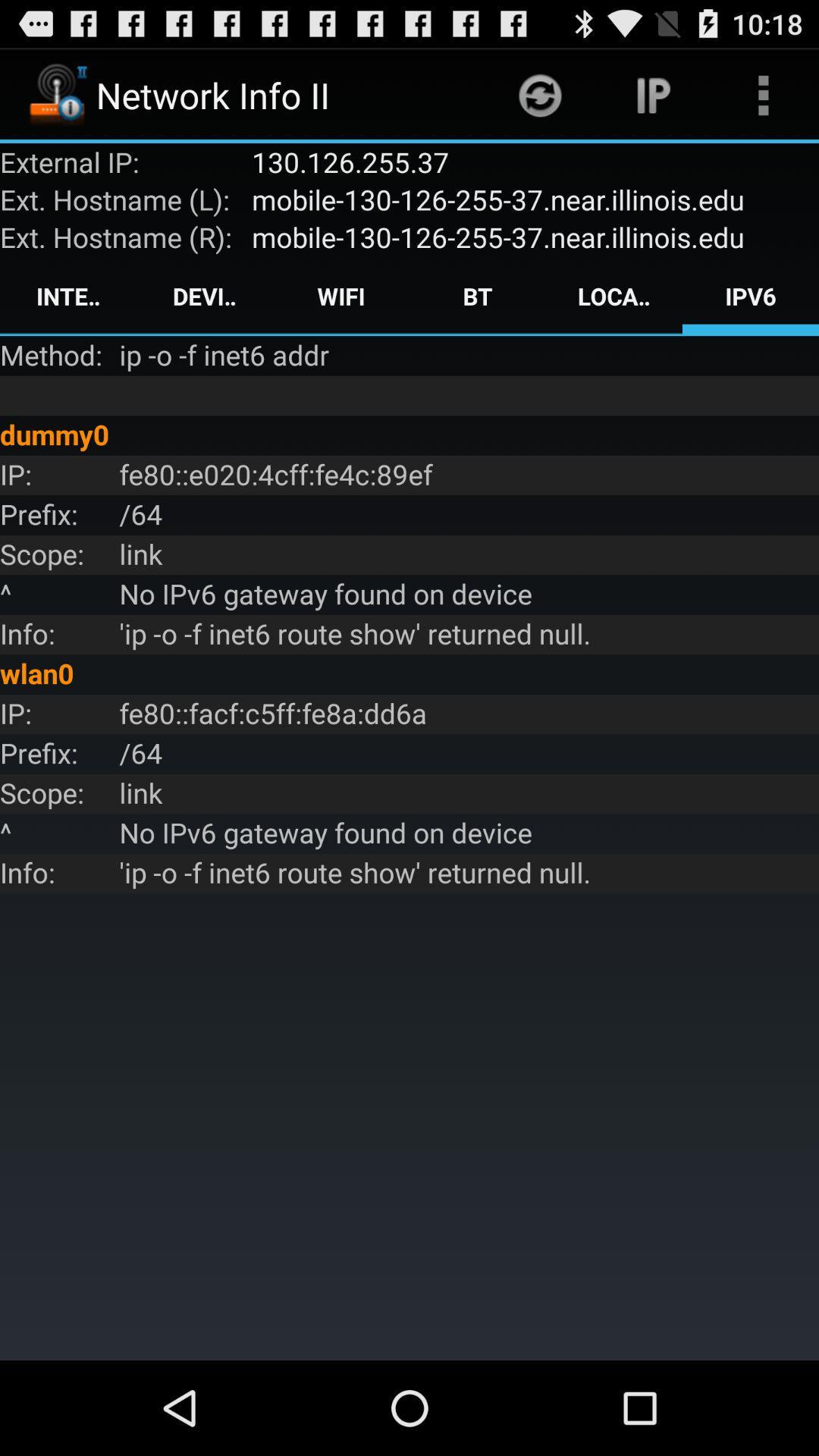  What do you see at coordinates (614, 296) in the screenshot?
I see `the location item` at bounding box center [614, 296].